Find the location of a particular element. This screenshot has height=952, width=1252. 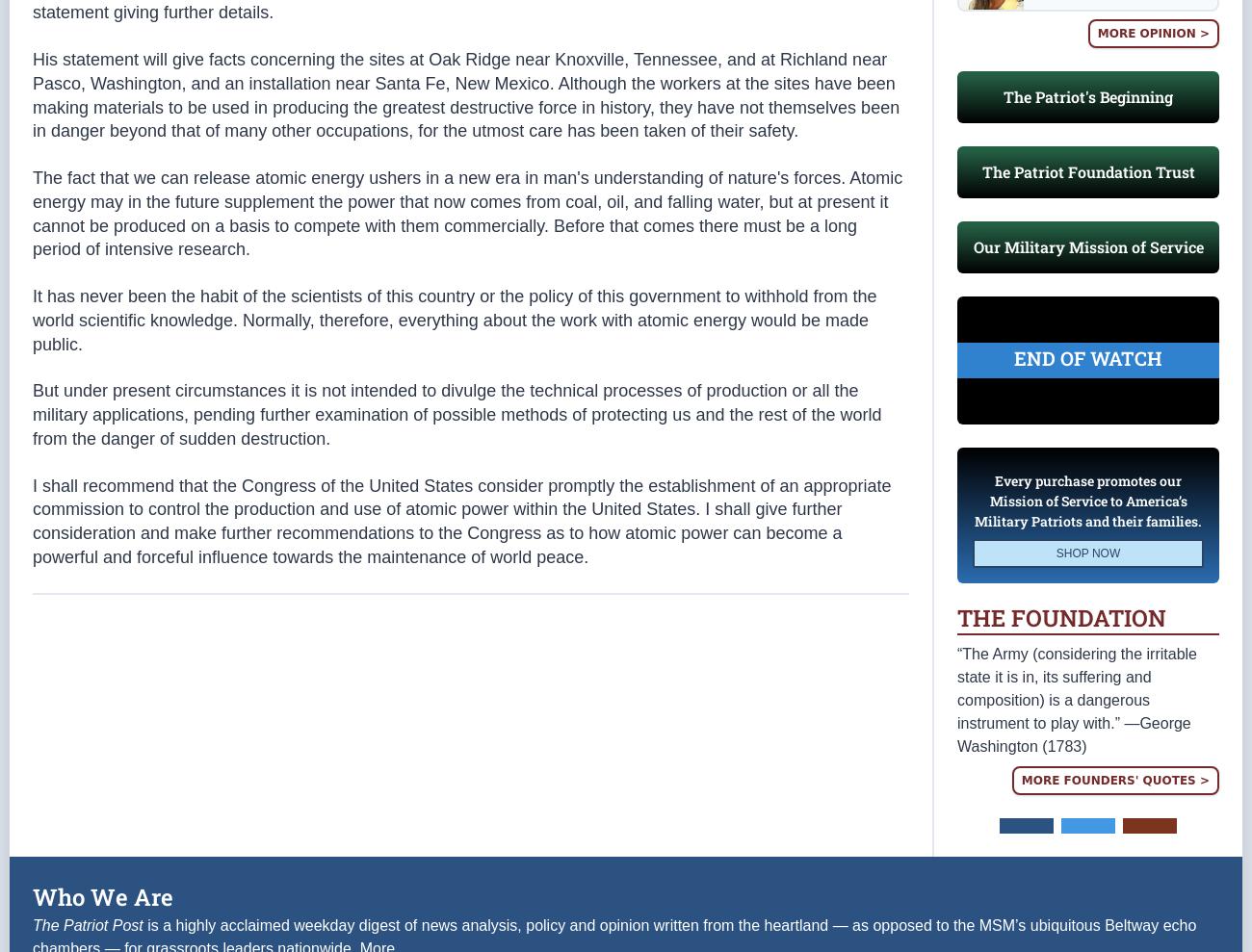

'The fact that we can release atomic energy ushers in a new era in man's understanding of nature's forces. Atomic energy may in the future supplement the power that now comes from coal, oil, and falling water, but at present it cannot be produced on a basis to compete with them commercially. Before that comes there must be a long period of intensive research.' is located at coordinates (466, 213).